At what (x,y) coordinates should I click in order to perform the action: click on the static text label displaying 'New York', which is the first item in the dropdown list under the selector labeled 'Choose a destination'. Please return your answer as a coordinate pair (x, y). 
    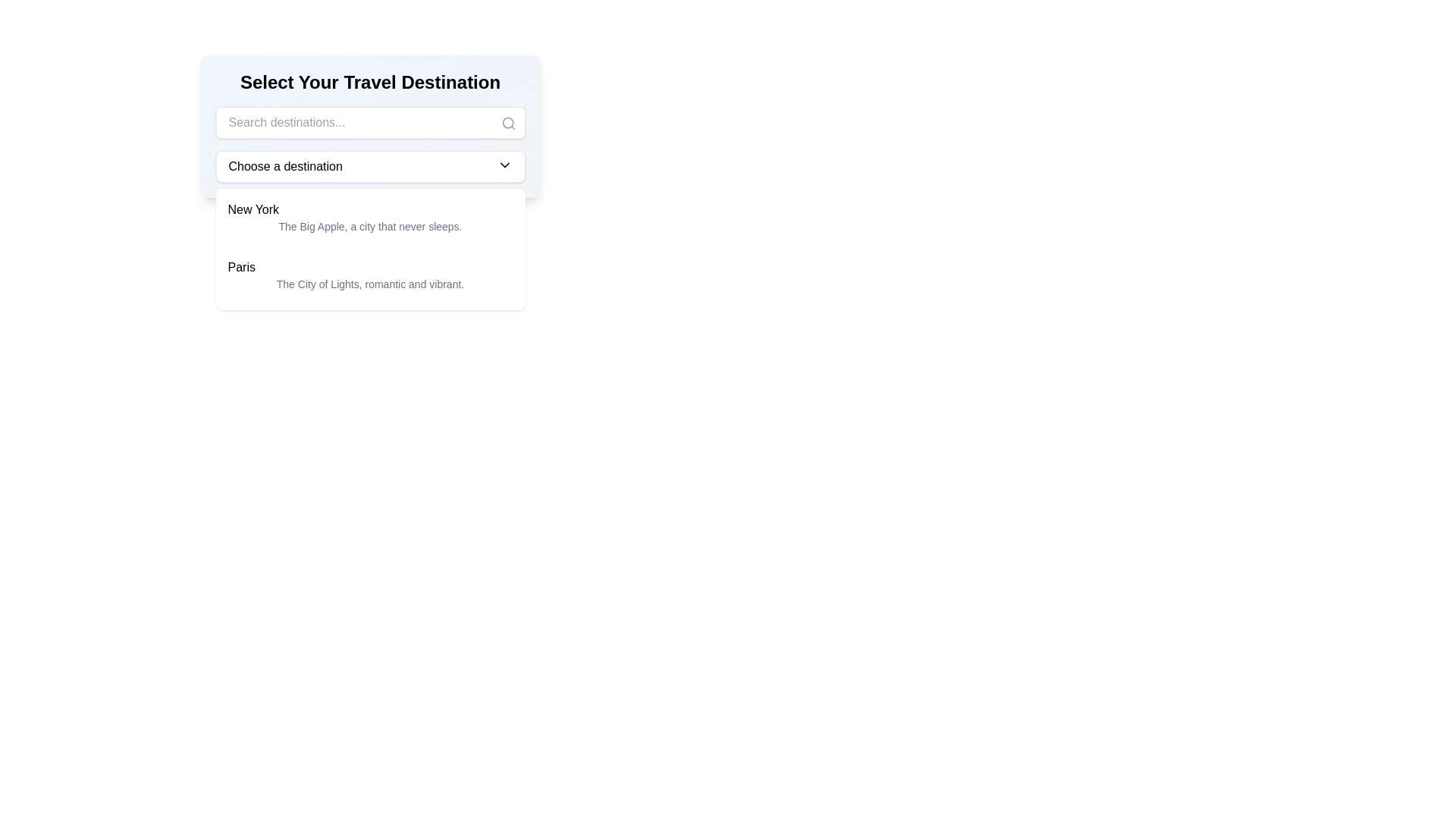
    Looking at the image, I should click on (253, 210).